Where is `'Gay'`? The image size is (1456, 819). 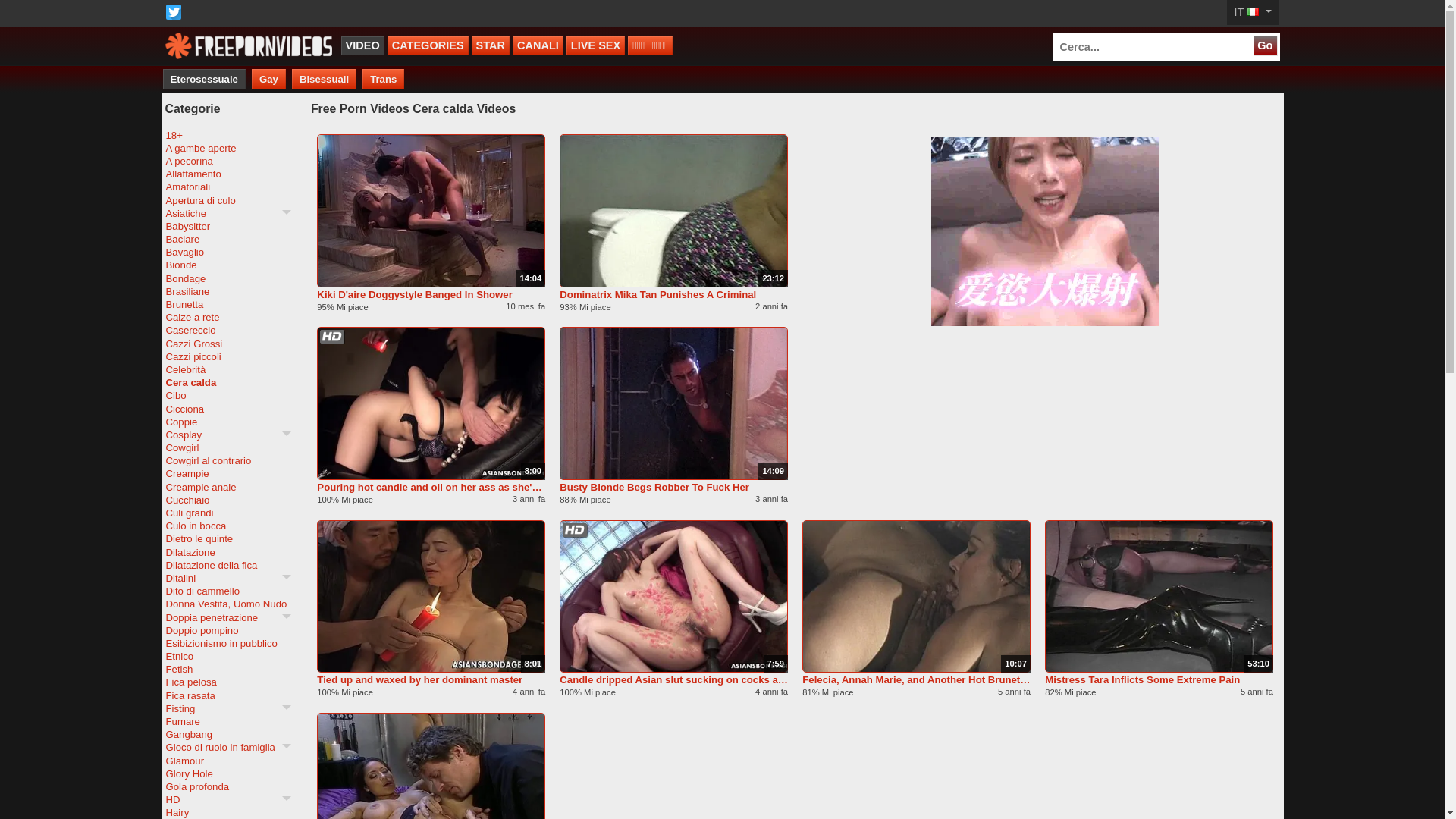 'Gay' is located at coordinates (268, 79).